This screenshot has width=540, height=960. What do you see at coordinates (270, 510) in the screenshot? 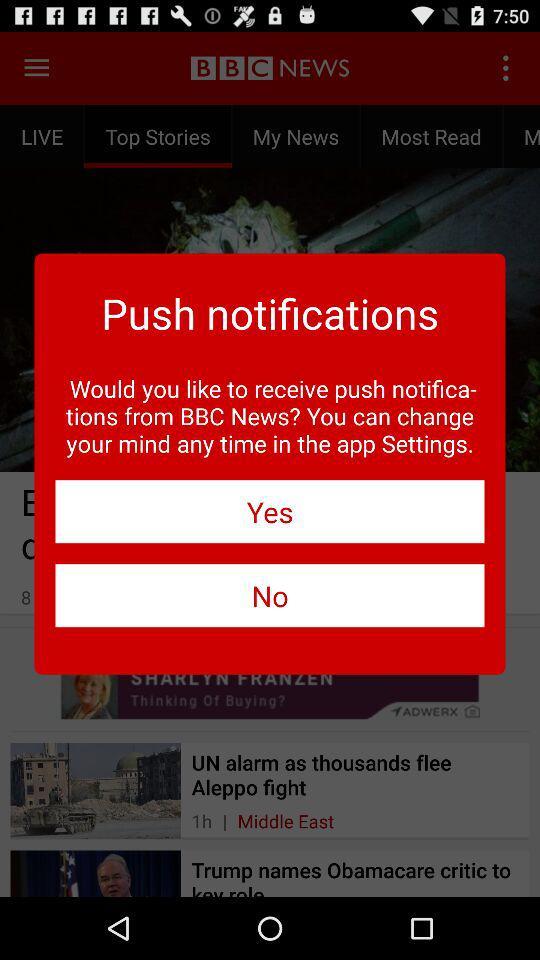
I see `yes icon` at bounding box center [270, 510].